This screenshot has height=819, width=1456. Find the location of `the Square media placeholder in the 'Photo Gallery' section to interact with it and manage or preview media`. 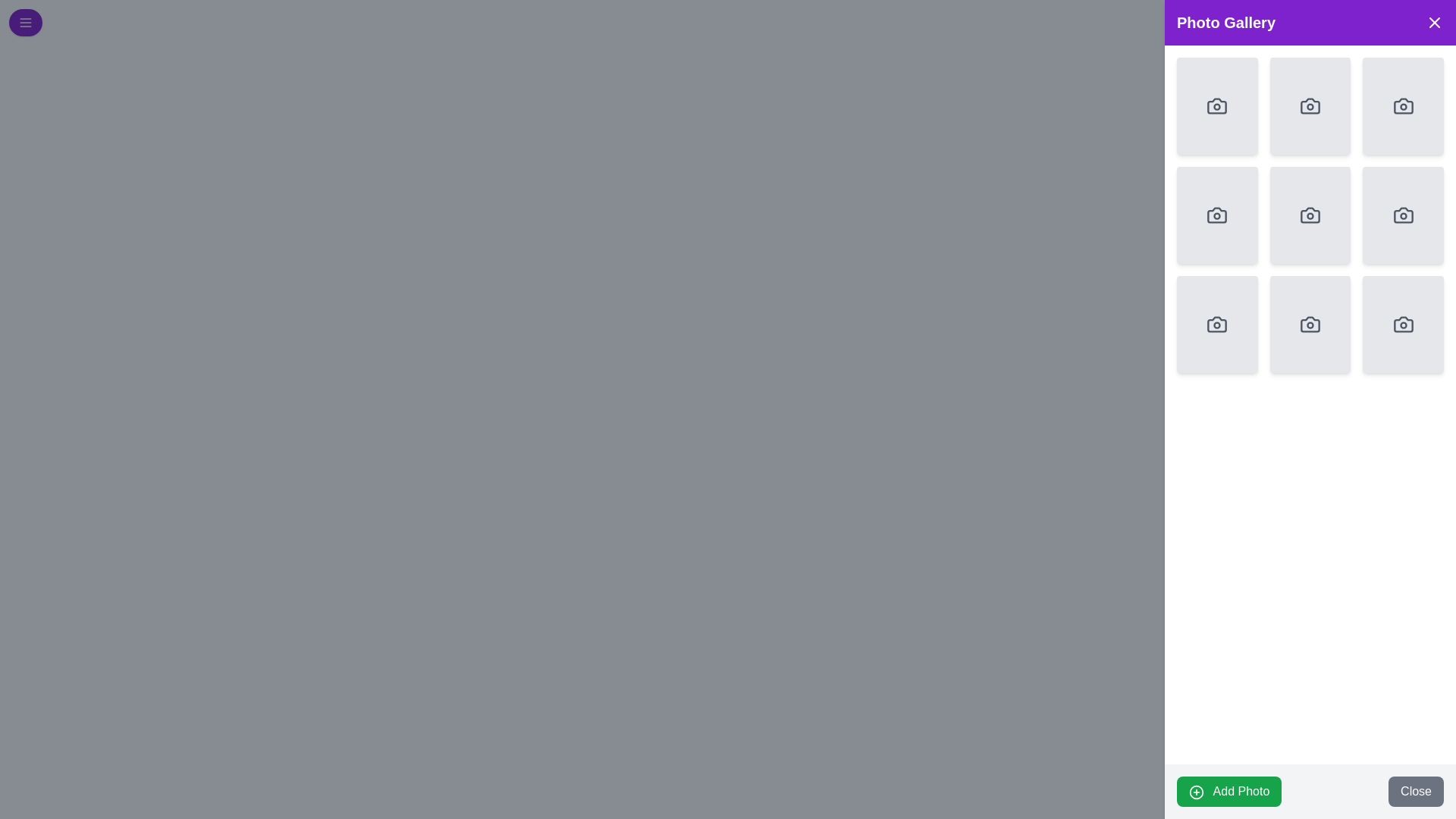

the Square media placeholder in the 'Photo Gallery' section to interact with it and manage or preview media is located at coordinates (1217, 324).